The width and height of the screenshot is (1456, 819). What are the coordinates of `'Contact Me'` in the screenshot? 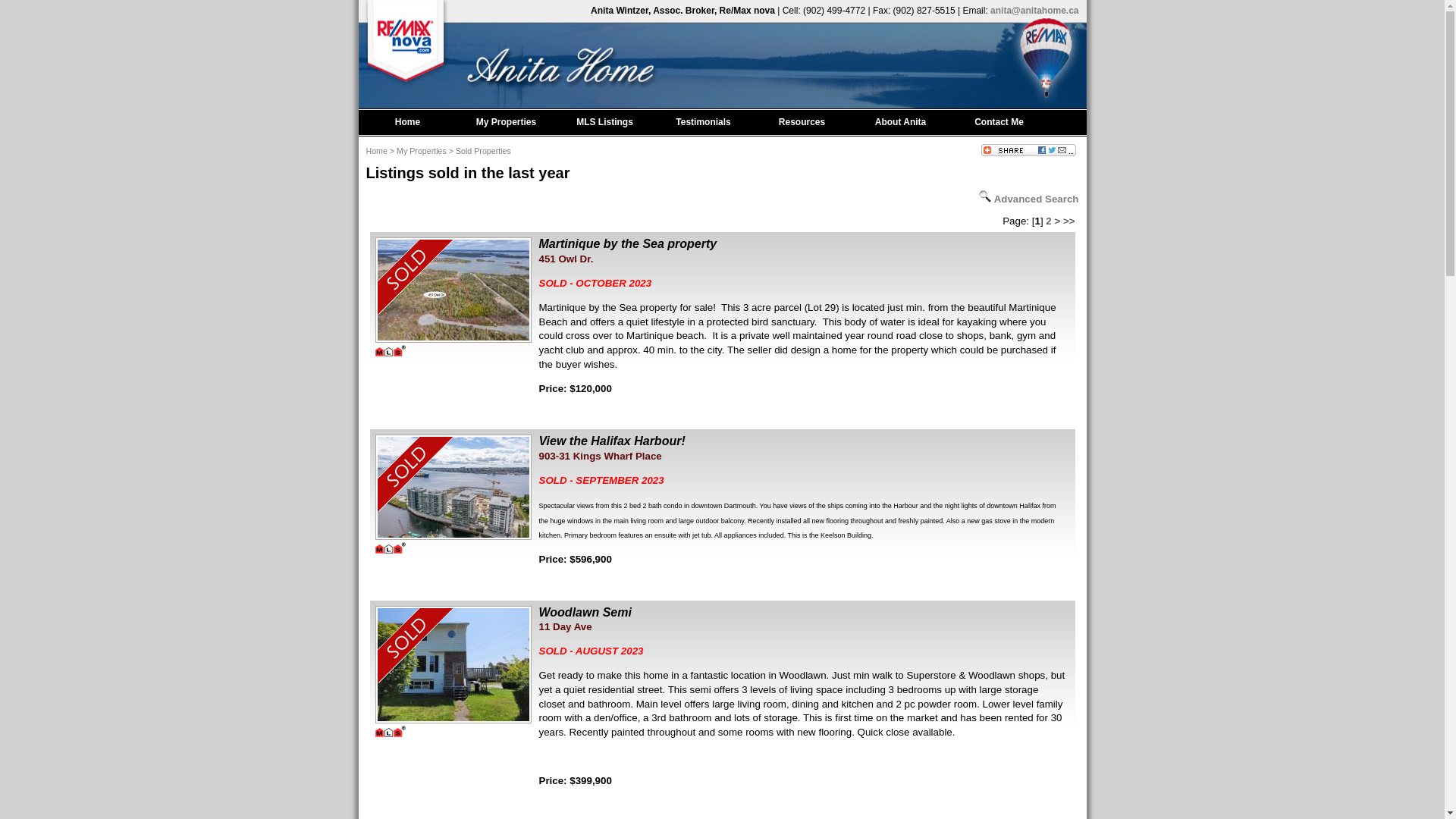 It's located at (998, 121).